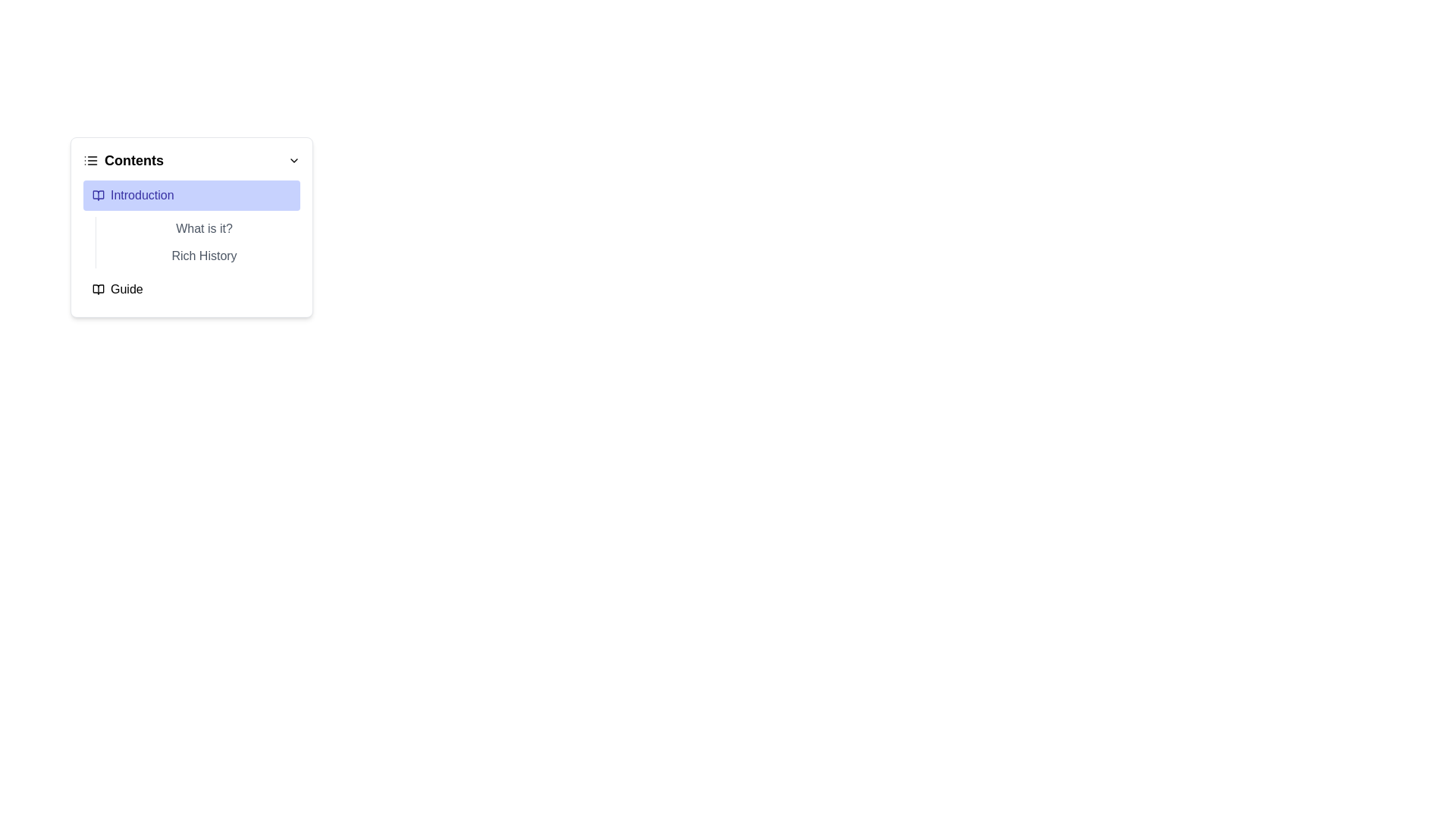 This screenshot has height=819, width=1456. Describe the element at coordinates (294, 161) in the screenshot. I see `the downward-pointing chevron icon located at the far right of the header labeled 'Contents'` at that location.